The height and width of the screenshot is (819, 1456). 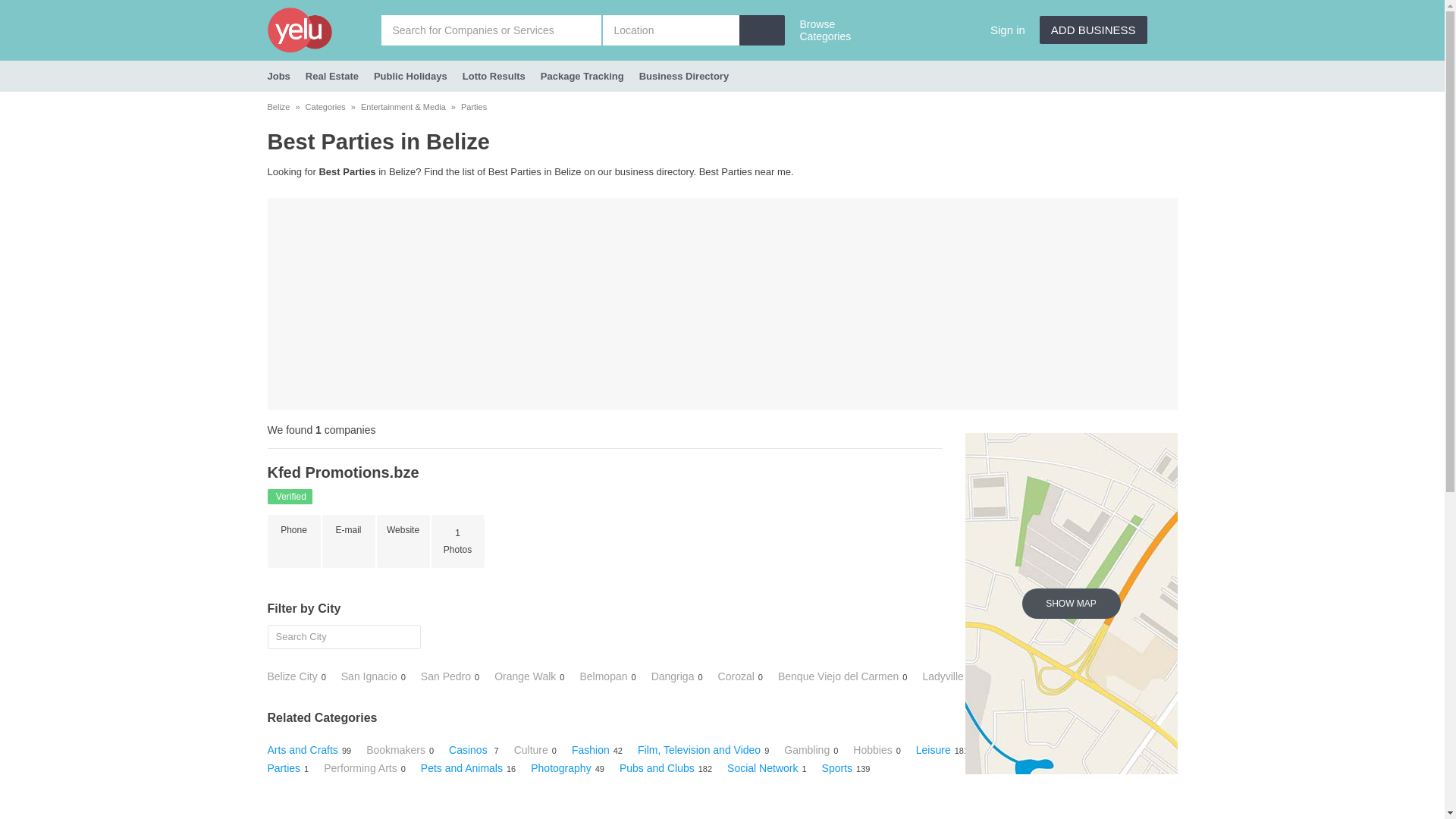 What do you see at coordinates (683, 76) in the screenshot?
I see `'Business Directory'` at bounding box center [683, 76].